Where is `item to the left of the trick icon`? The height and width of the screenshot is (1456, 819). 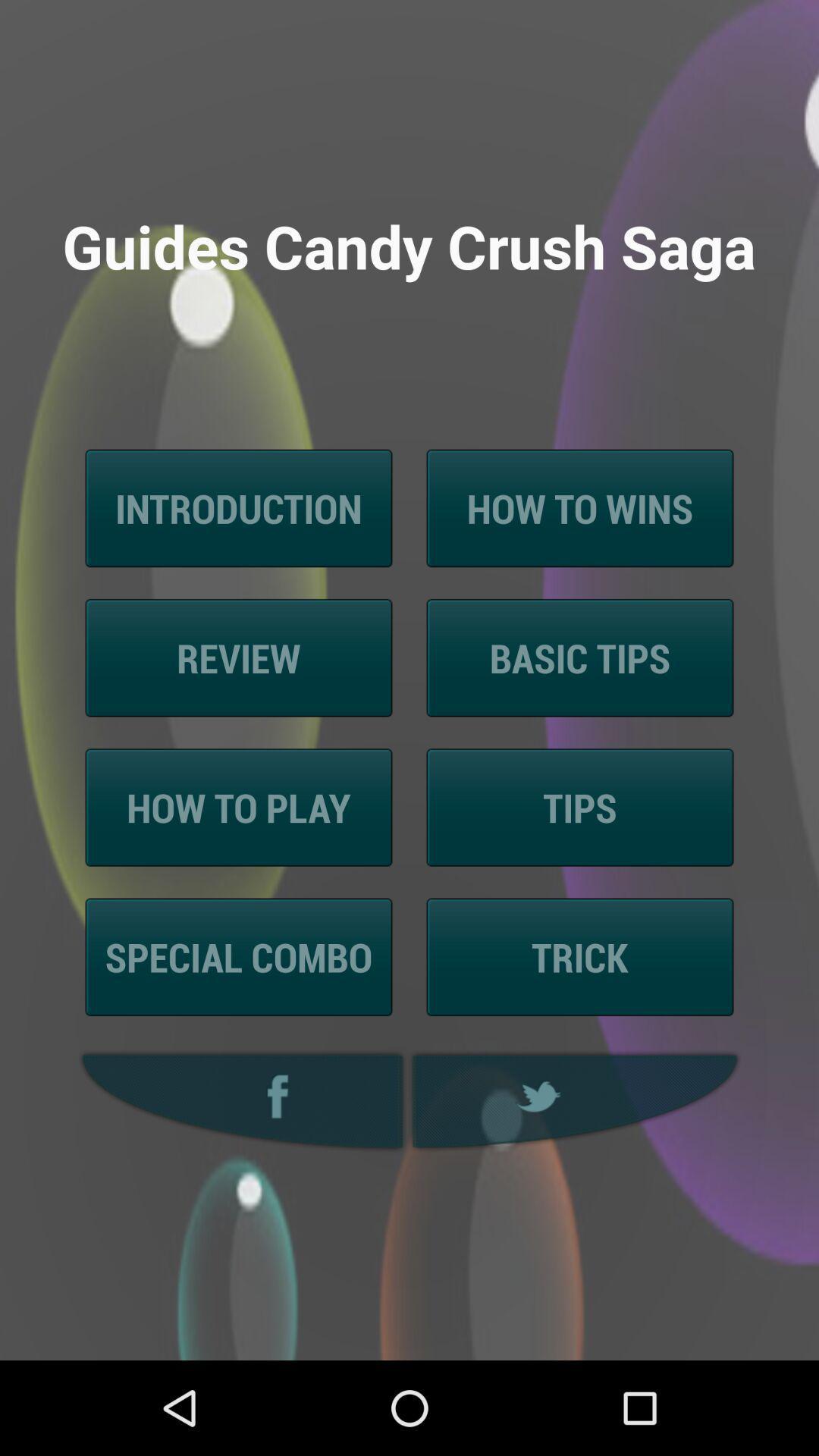
item to the left of the trick icon is located at coordinates (239, 956).